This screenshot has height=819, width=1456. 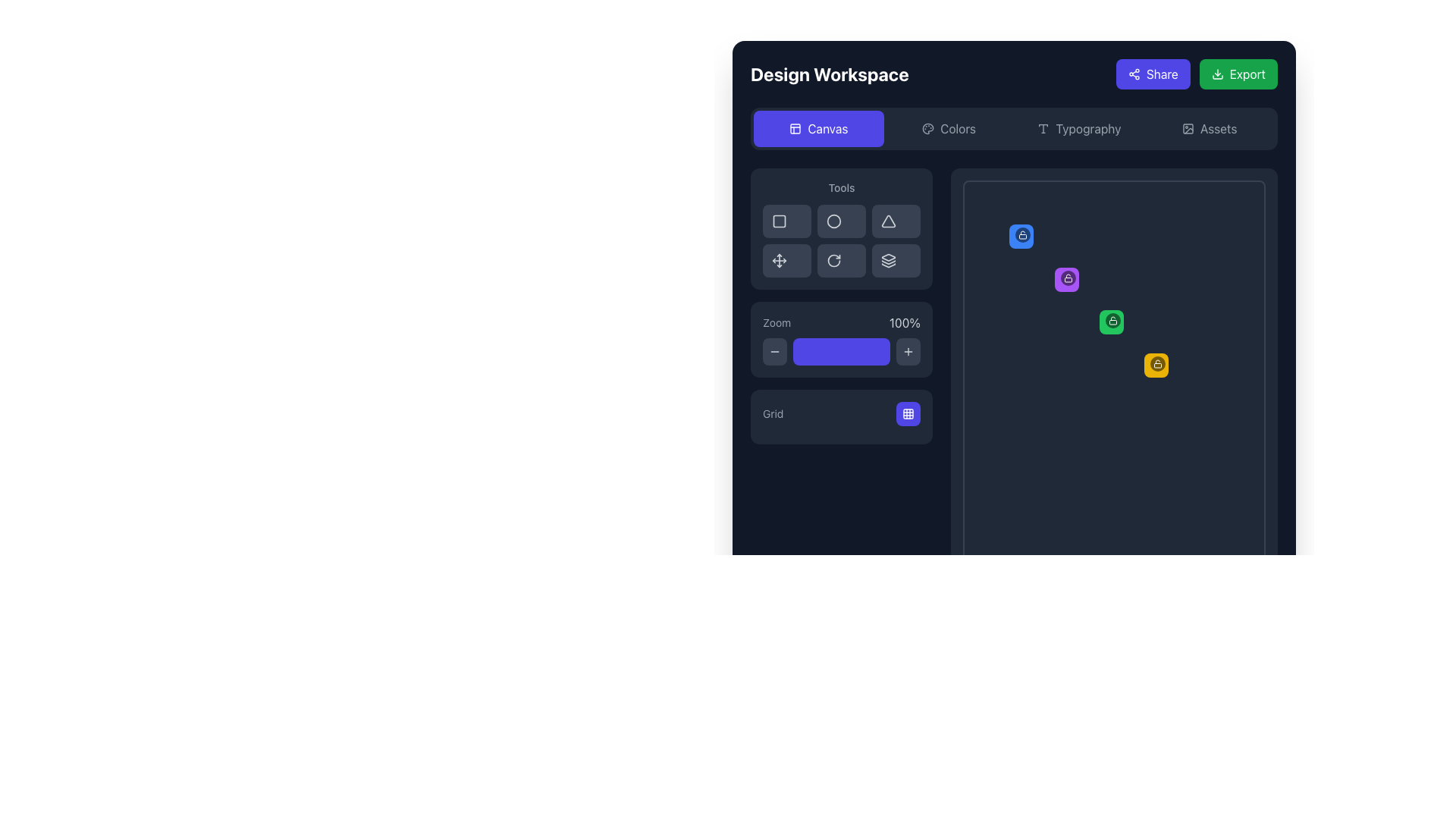 I want to click on the grid icon button located in the bottom section of the Tools panel, so click(x=908, y=414).